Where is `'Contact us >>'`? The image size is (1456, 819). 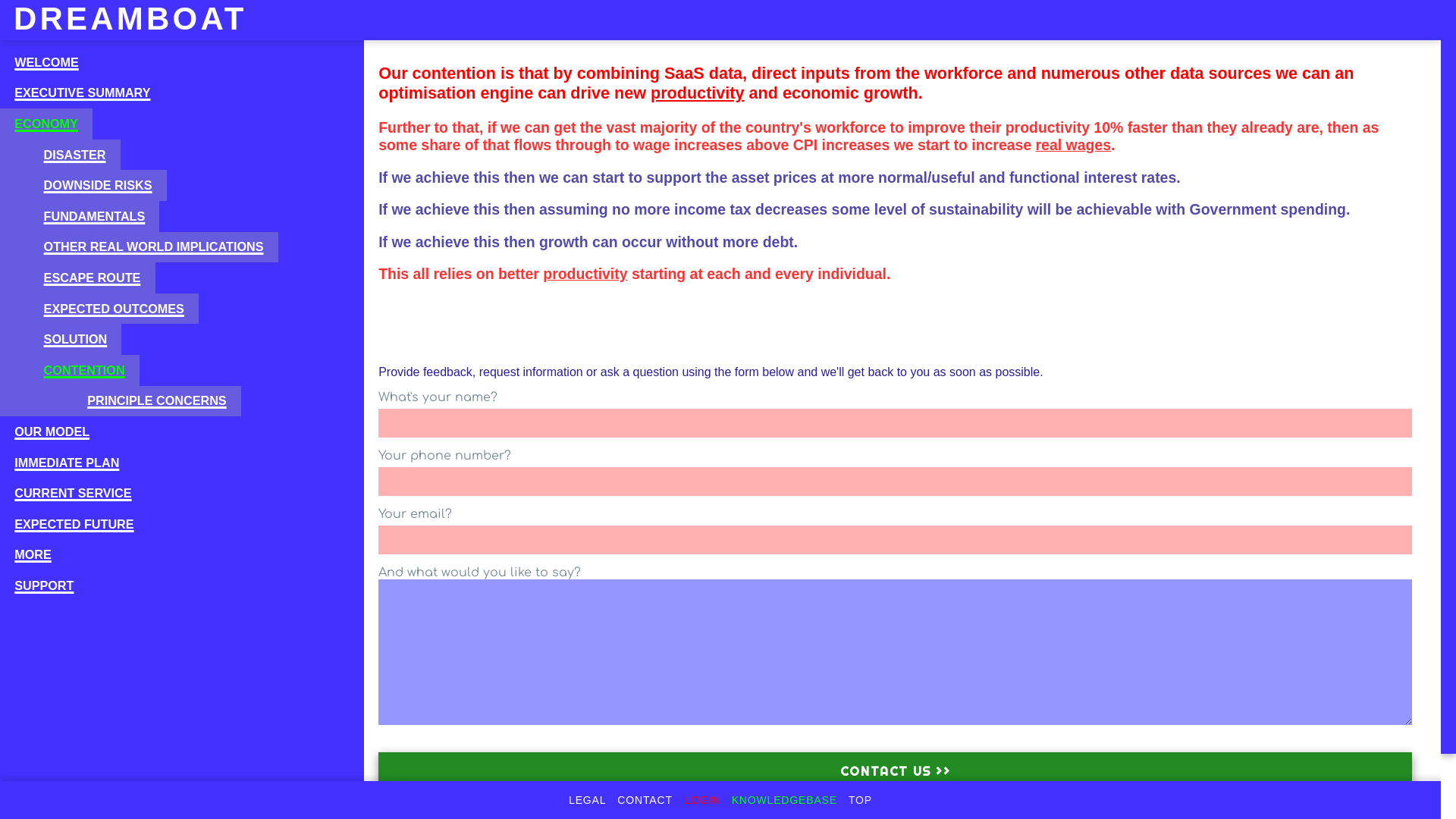 'Contact us >>' is located at coordinates (895, 772).